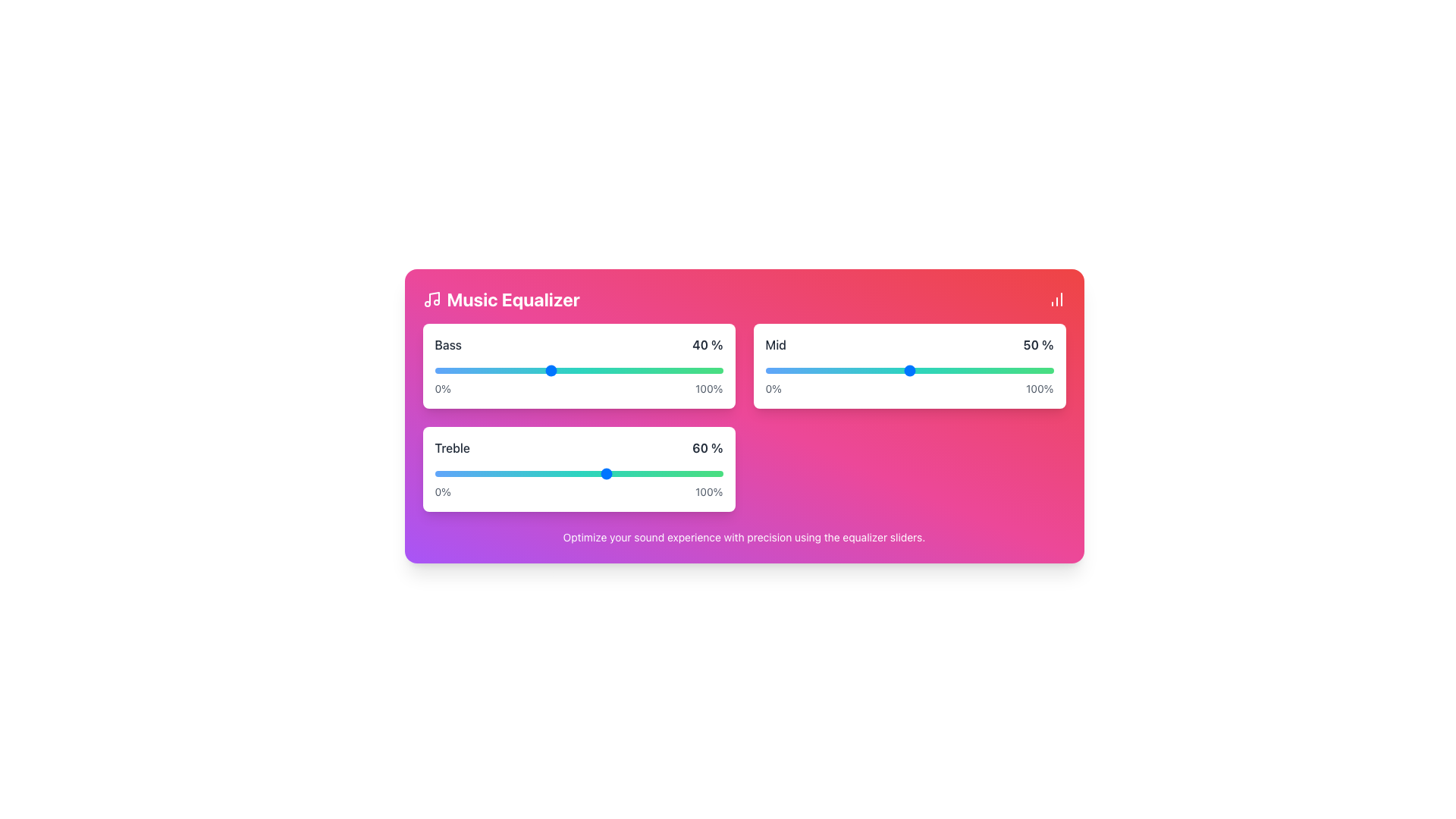  I want to click on the bass equalizer, so click(445, 371).